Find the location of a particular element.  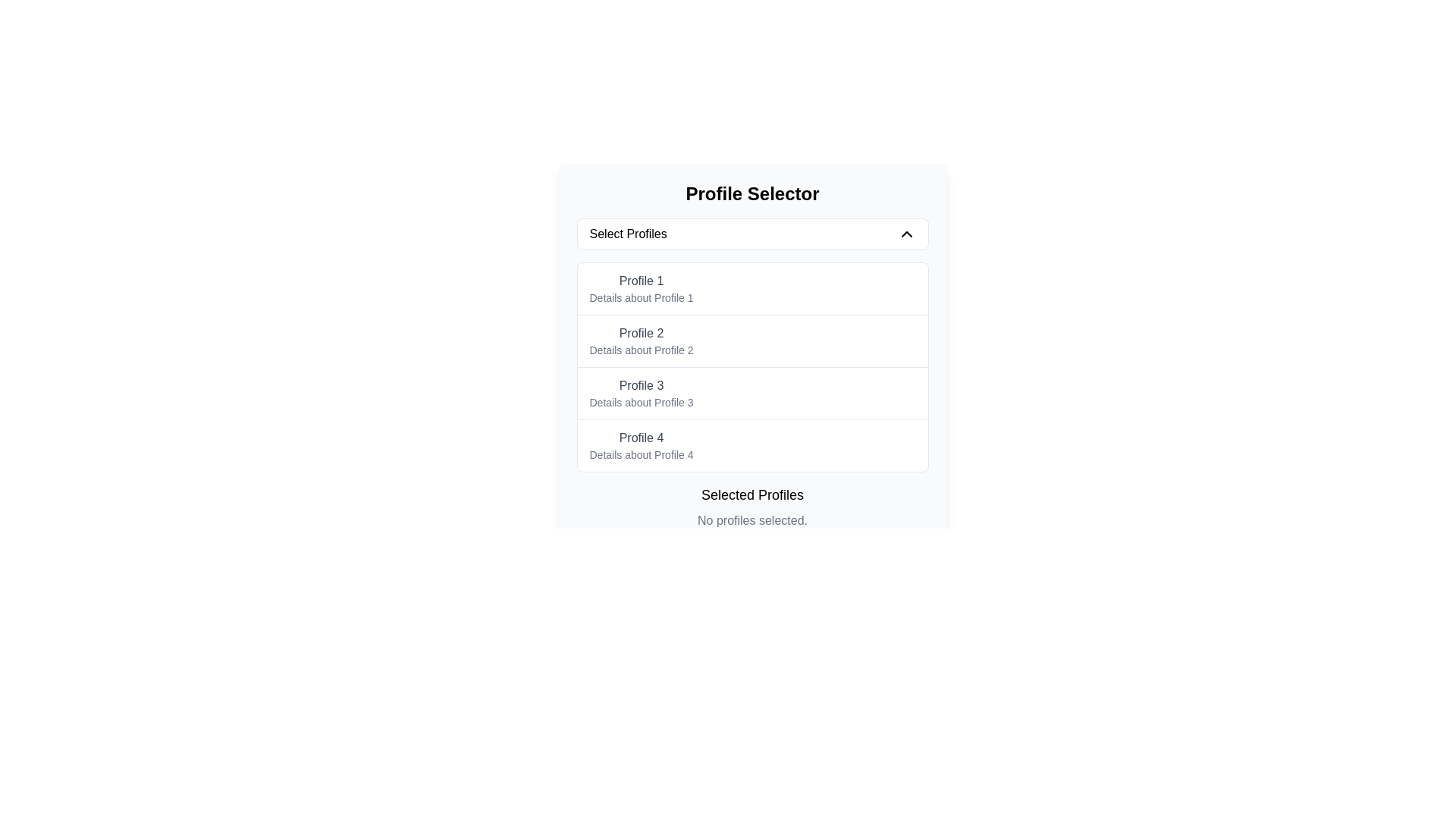

to select the third profile option in the profile selector interface, which displays the name of the profile and additional details is located at coordinates (641, 393).